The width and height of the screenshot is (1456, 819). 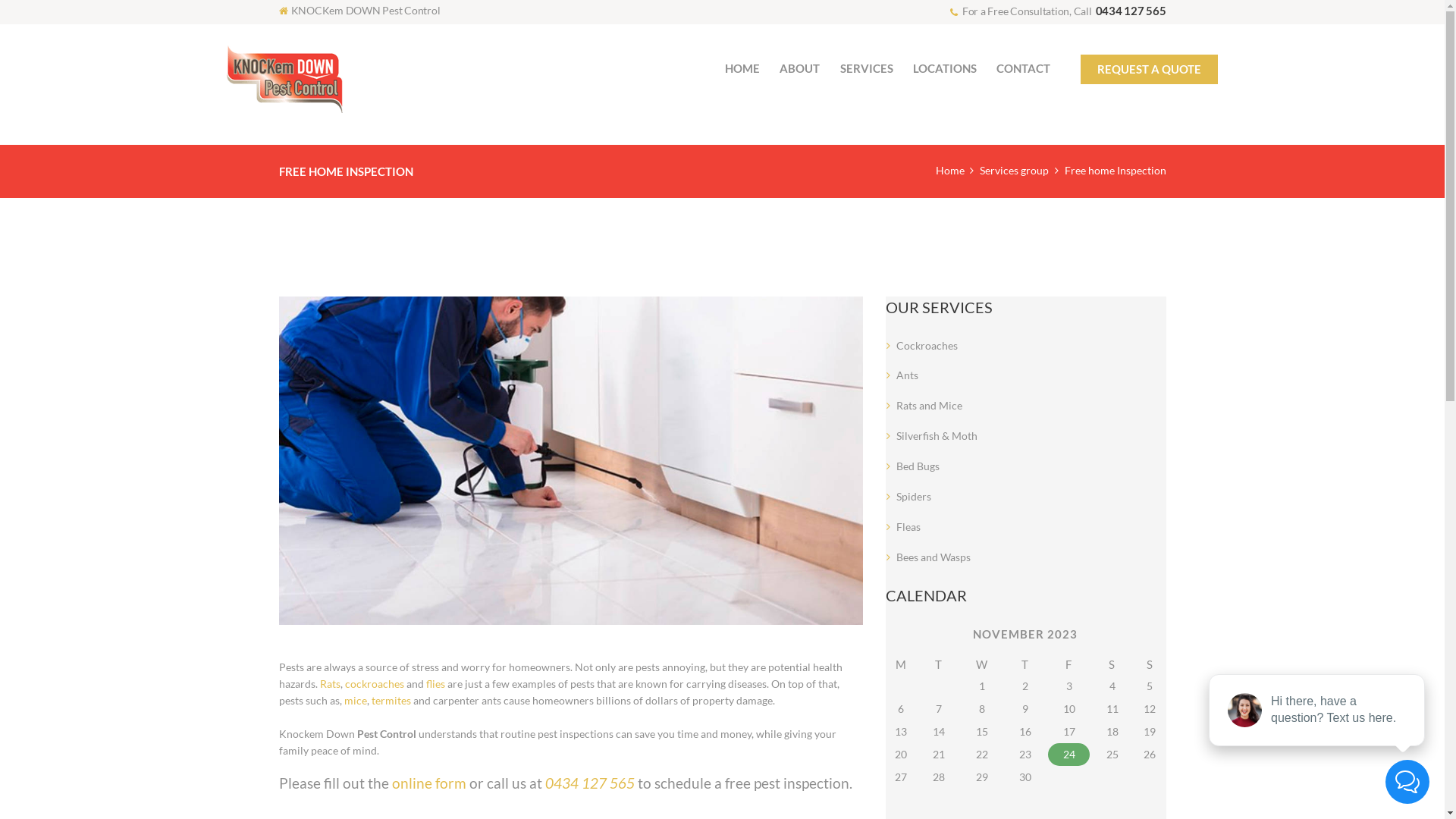 I want to click on 'REQUEST A QUOTE', so click(x=1149, y=69).